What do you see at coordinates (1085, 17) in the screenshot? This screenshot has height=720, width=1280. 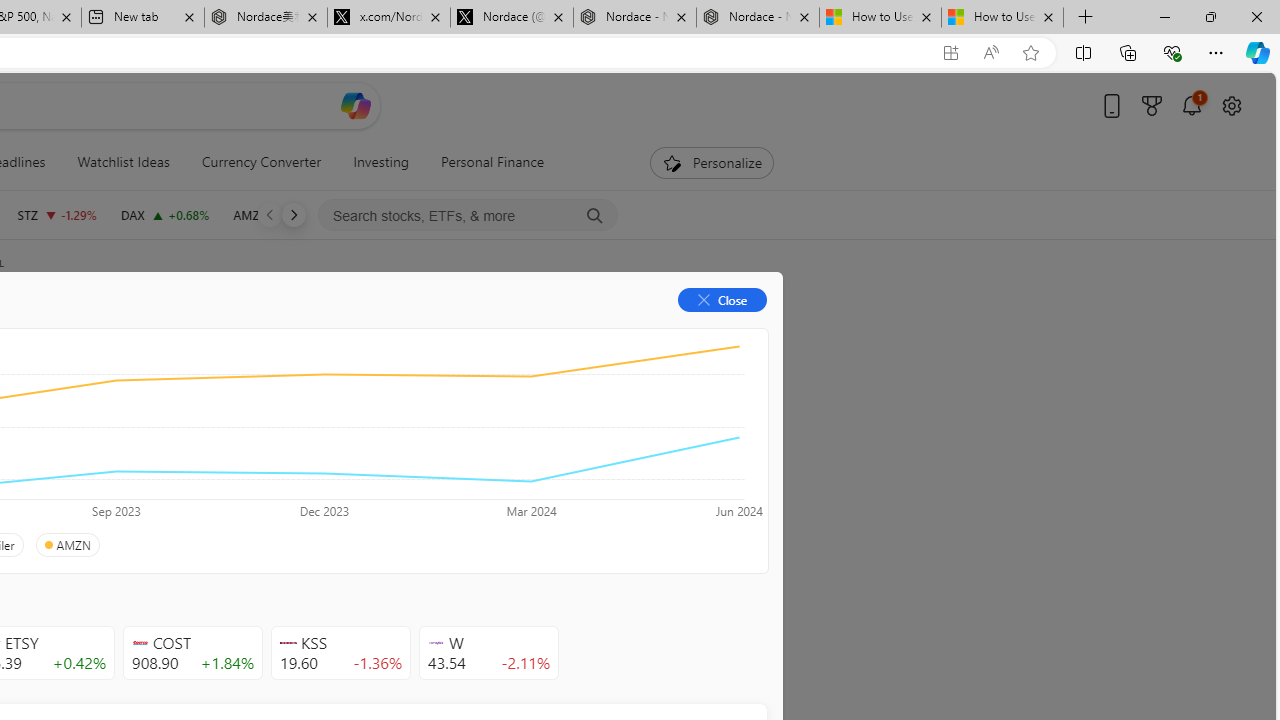 I see `'New Tab'` at bounding box center [1085, 17].